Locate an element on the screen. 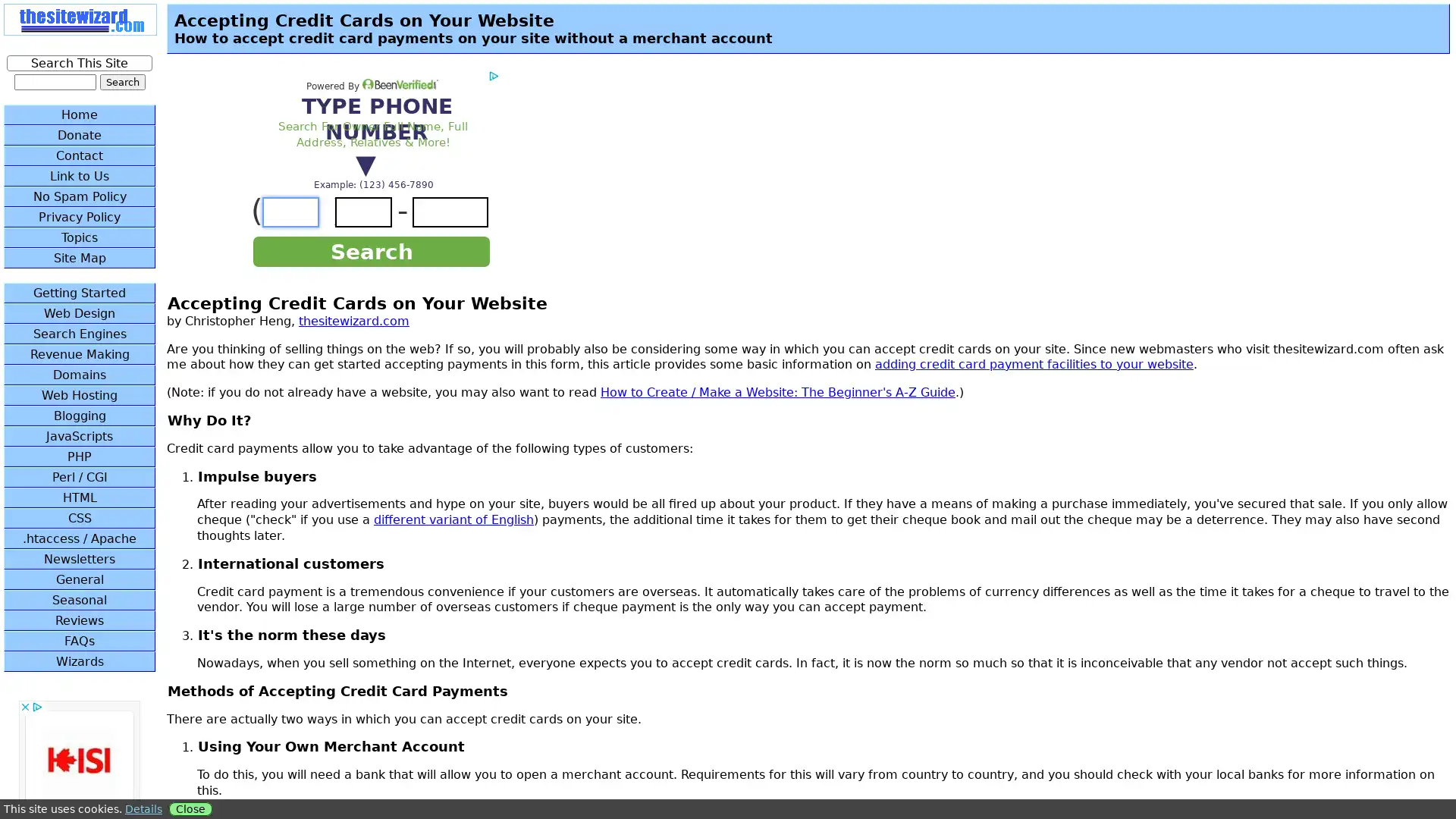  Search is located at coordinates (122, 82).